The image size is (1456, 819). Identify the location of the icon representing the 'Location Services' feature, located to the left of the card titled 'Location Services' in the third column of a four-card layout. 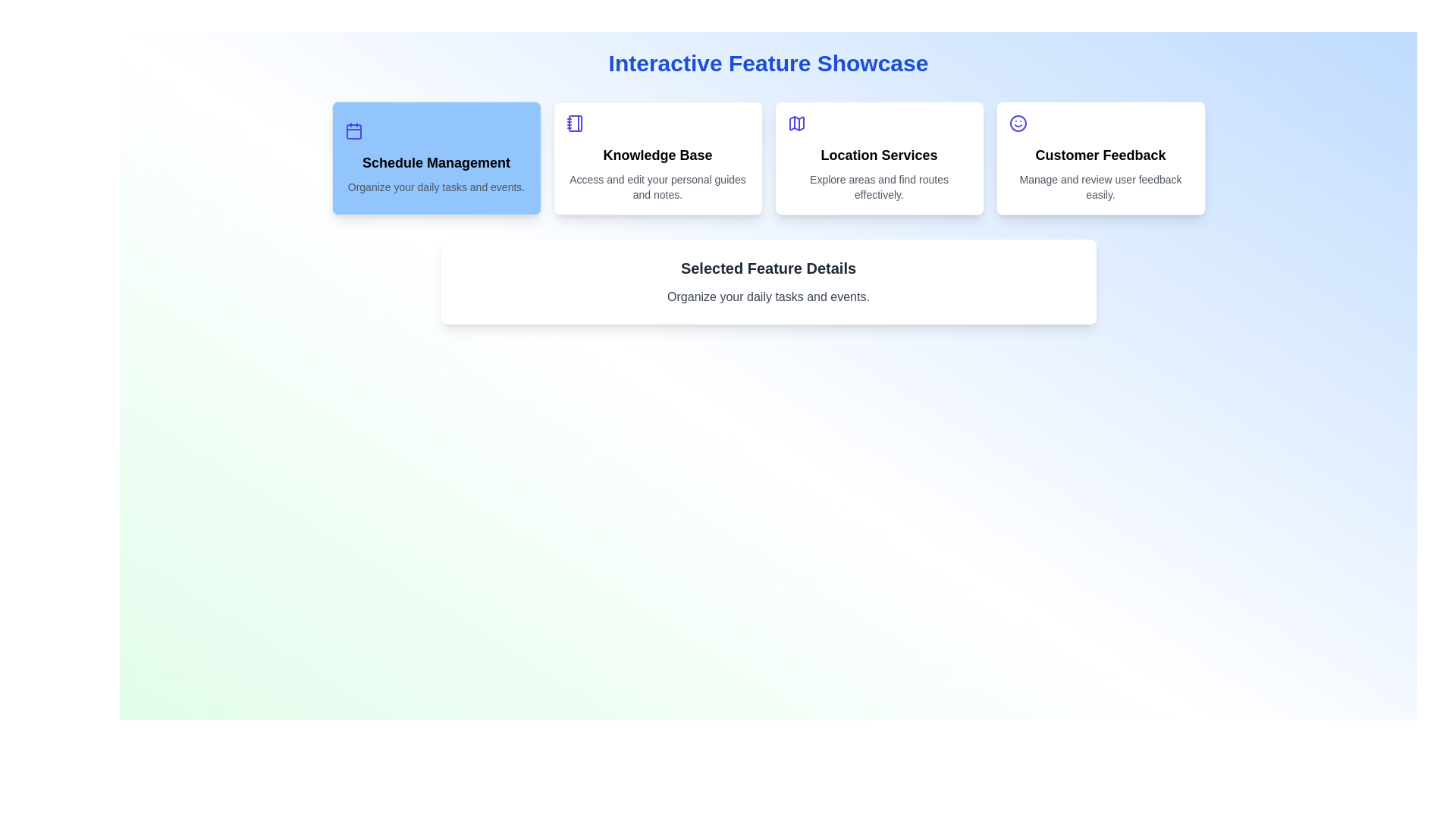
(795, 122).